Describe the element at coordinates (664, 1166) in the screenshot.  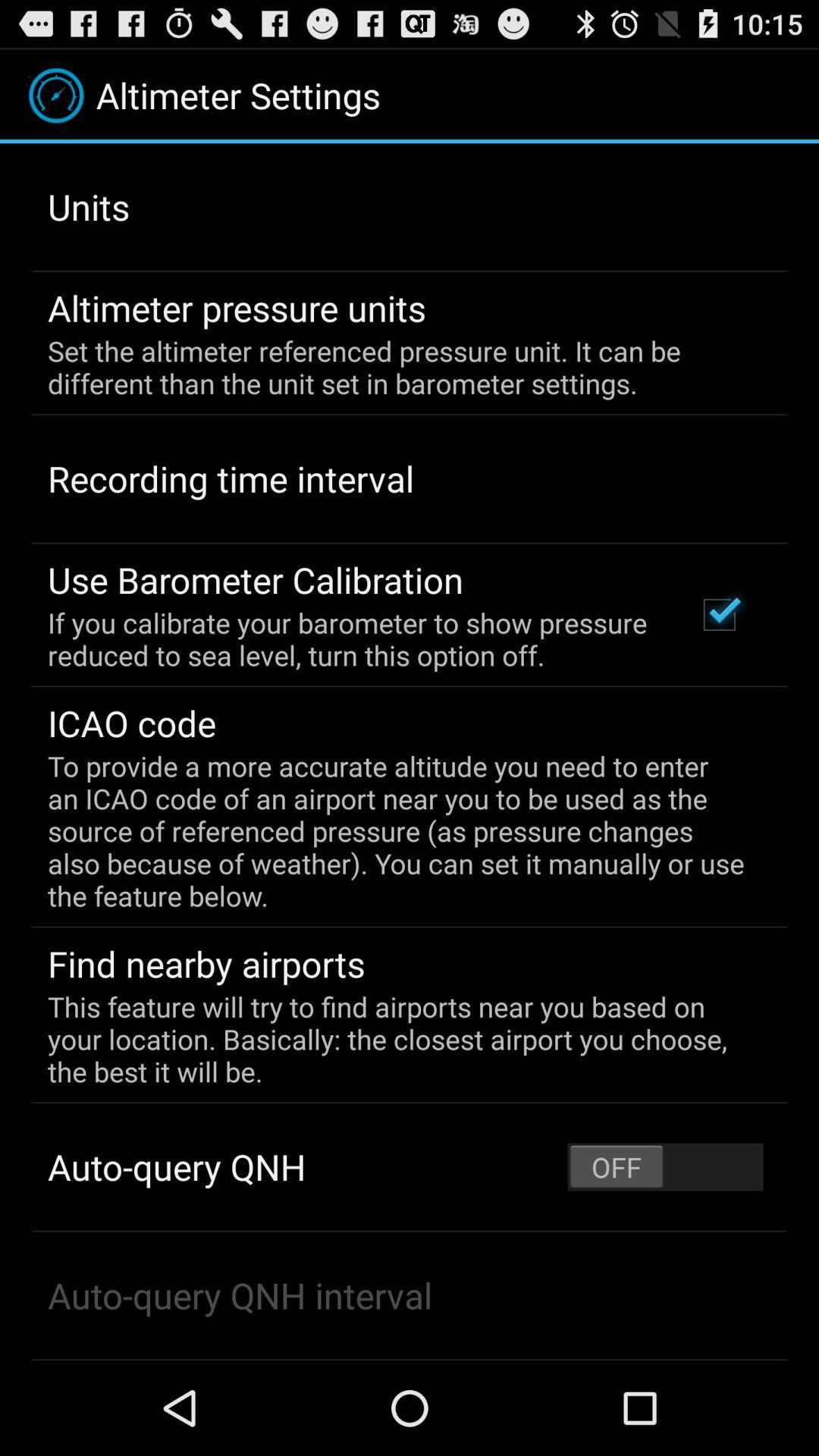
I see `the item at the bottom right corner` at that location.